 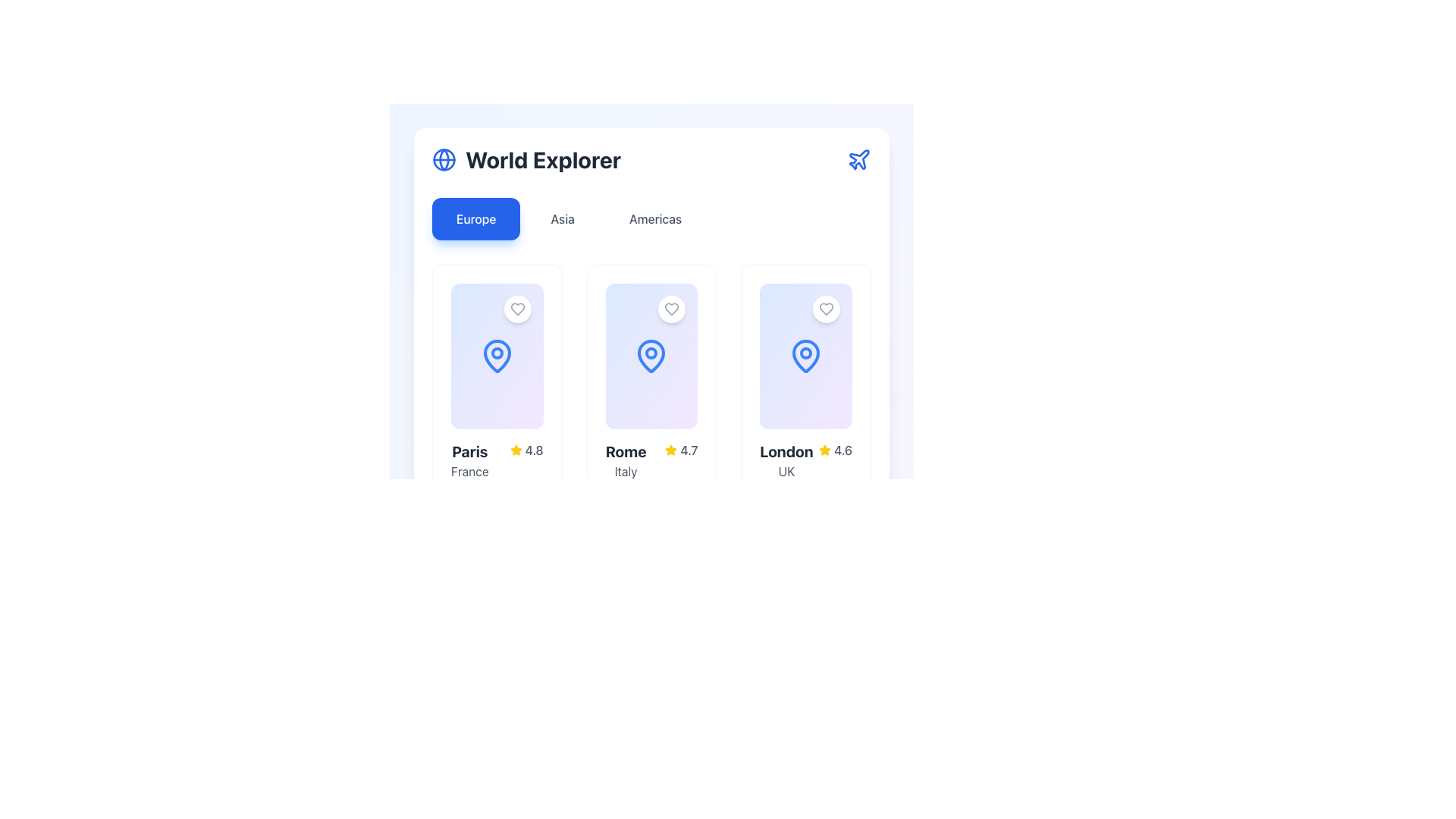 What do you see at coordinates (651, 219) in the screenshot?
I see `the Button Group located beneath the 'World Explorer' heading, which contains buttons labeled 'Europe', 'Asia', and 'Americas'` at bounding box center [651, 219].